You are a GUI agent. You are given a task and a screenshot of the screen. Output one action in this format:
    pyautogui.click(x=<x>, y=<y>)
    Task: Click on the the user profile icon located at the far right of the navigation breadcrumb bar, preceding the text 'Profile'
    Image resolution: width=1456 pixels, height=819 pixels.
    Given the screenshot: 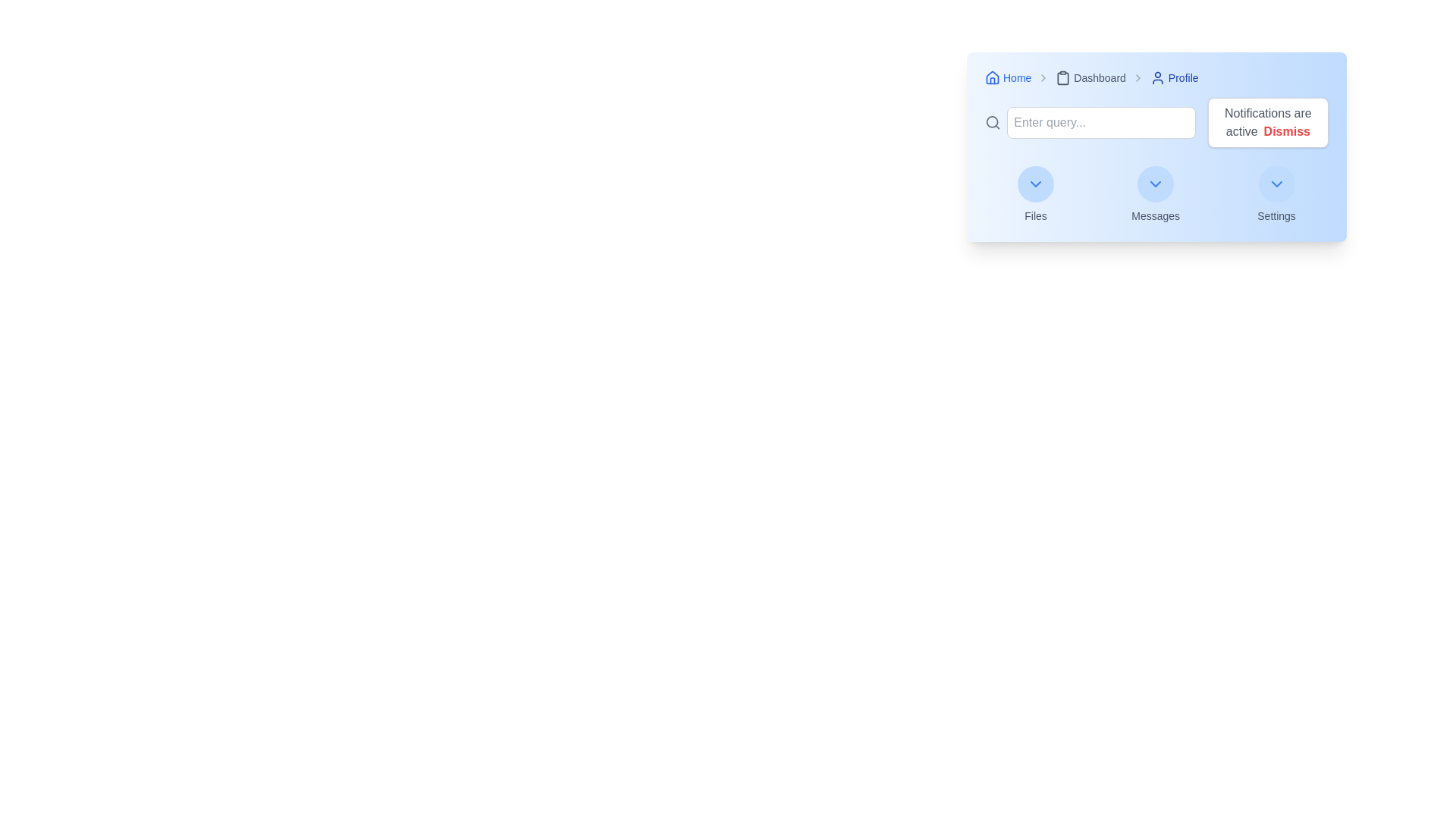 What is the action you would take?
    pyautogui.click(x=1156, y=78)
    